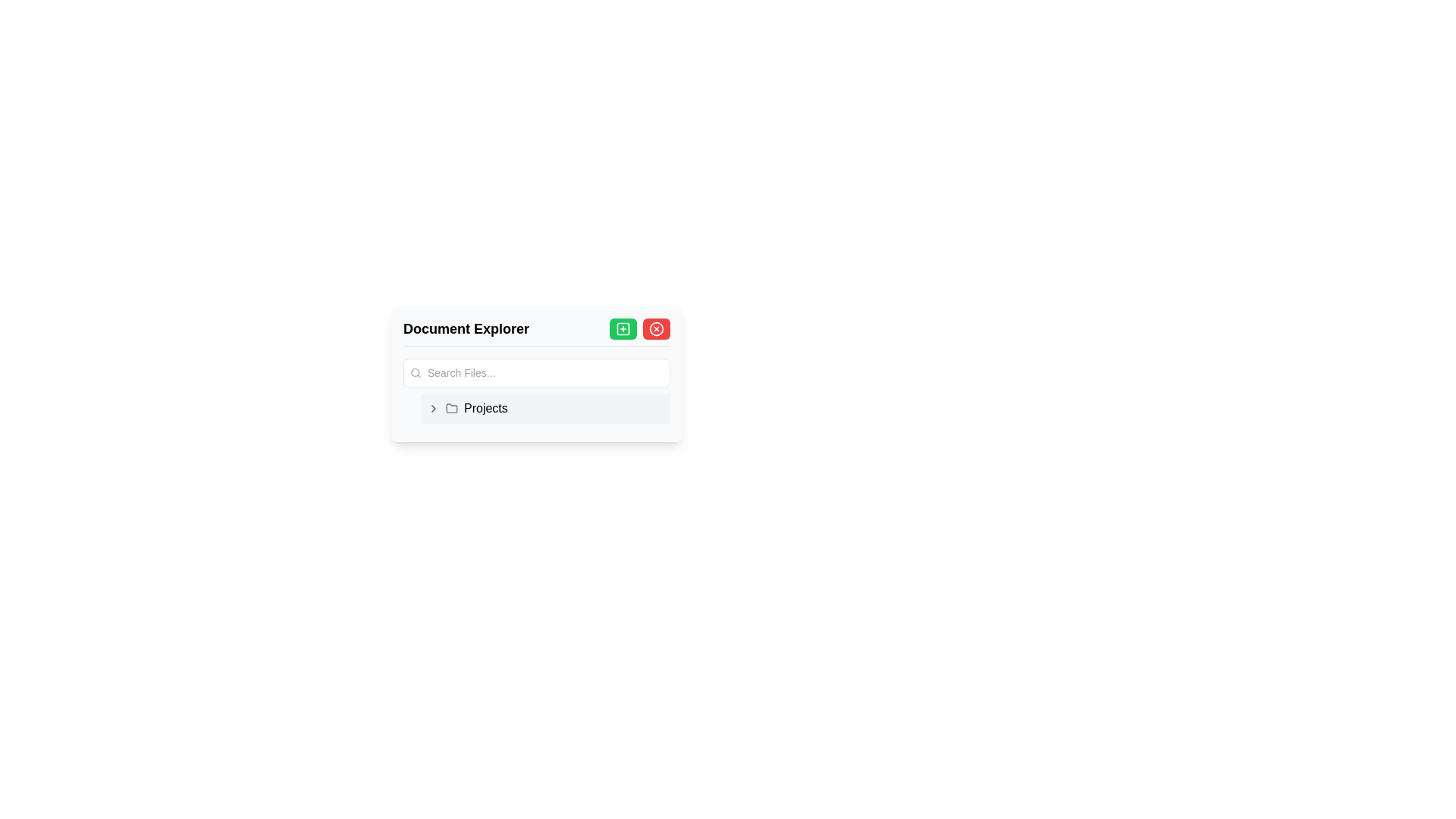 This screenshot has width=1456, height=819. I want to click on the folder icon representing the 'Projects' label in the file explorer section, so click(450, 406).